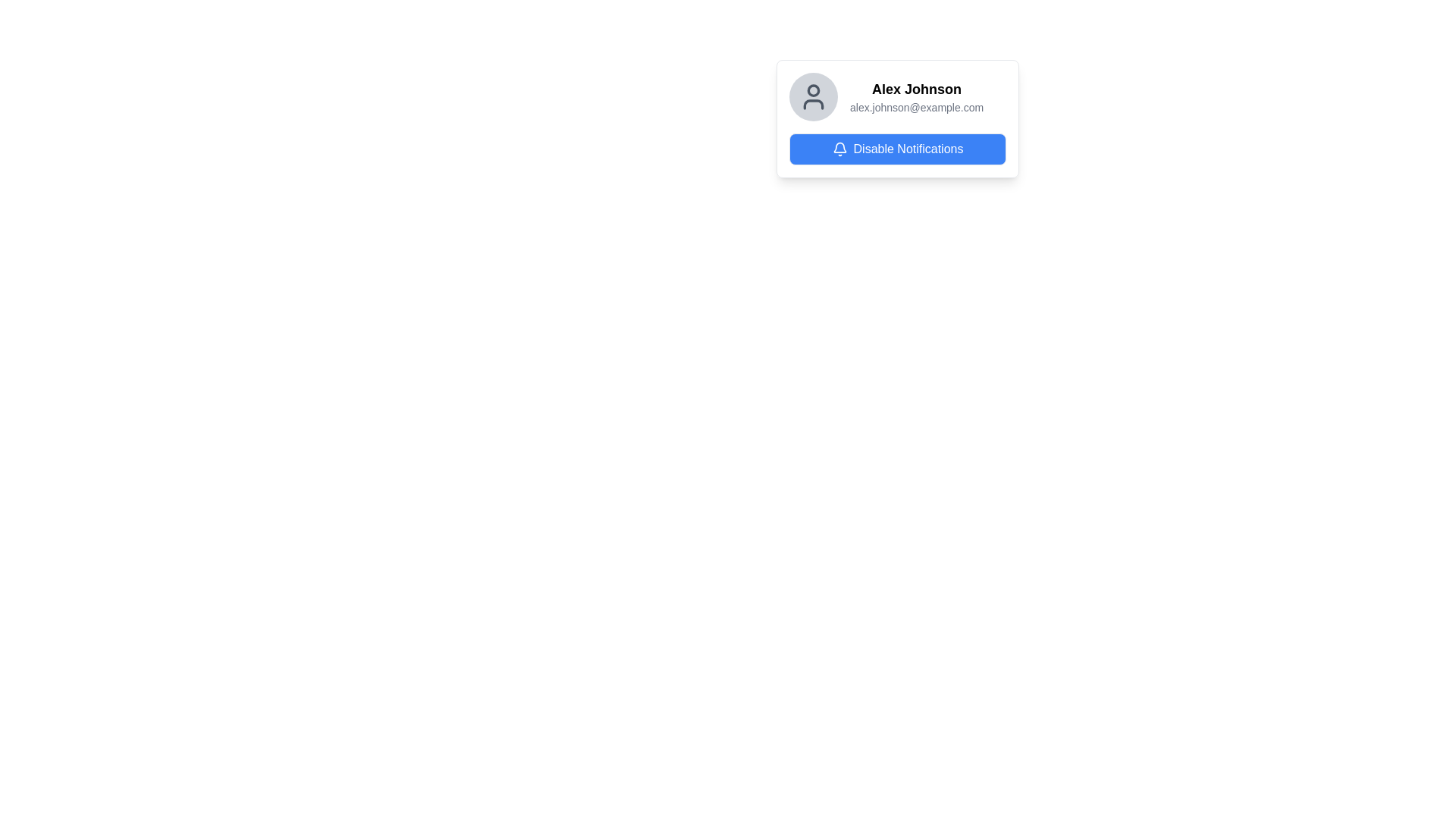  What do you see at coordinates (813, 96) in the screenshot?
I see `the circular user profile picture placeholder with a gray background and dark gray user icon, located to the left of 'Alex Johnson' and 'alex.johnson@example.com'` at bounding box center [813, 96].